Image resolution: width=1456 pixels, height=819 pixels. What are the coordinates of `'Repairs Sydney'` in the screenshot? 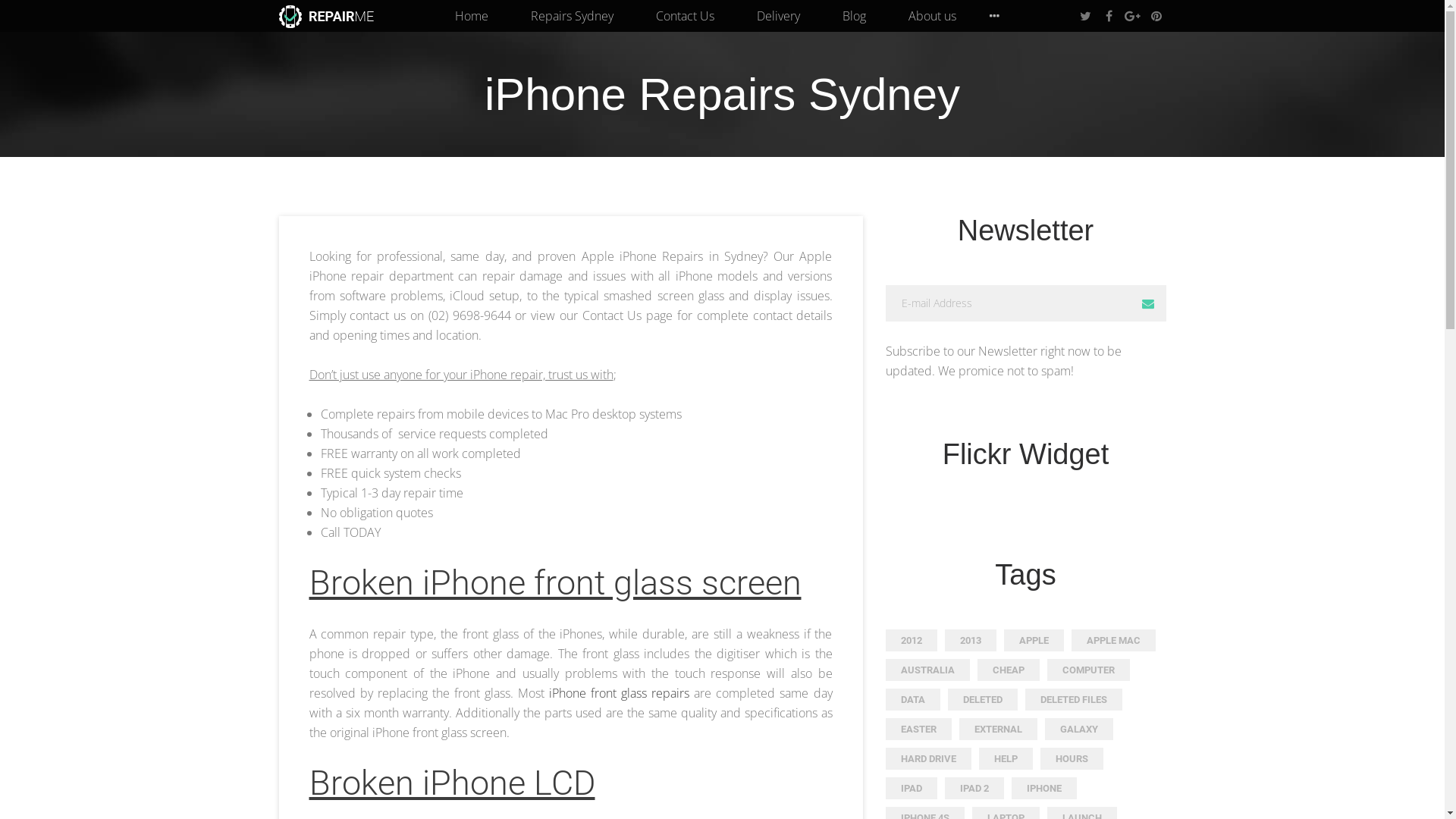 It's located at (510, 15).